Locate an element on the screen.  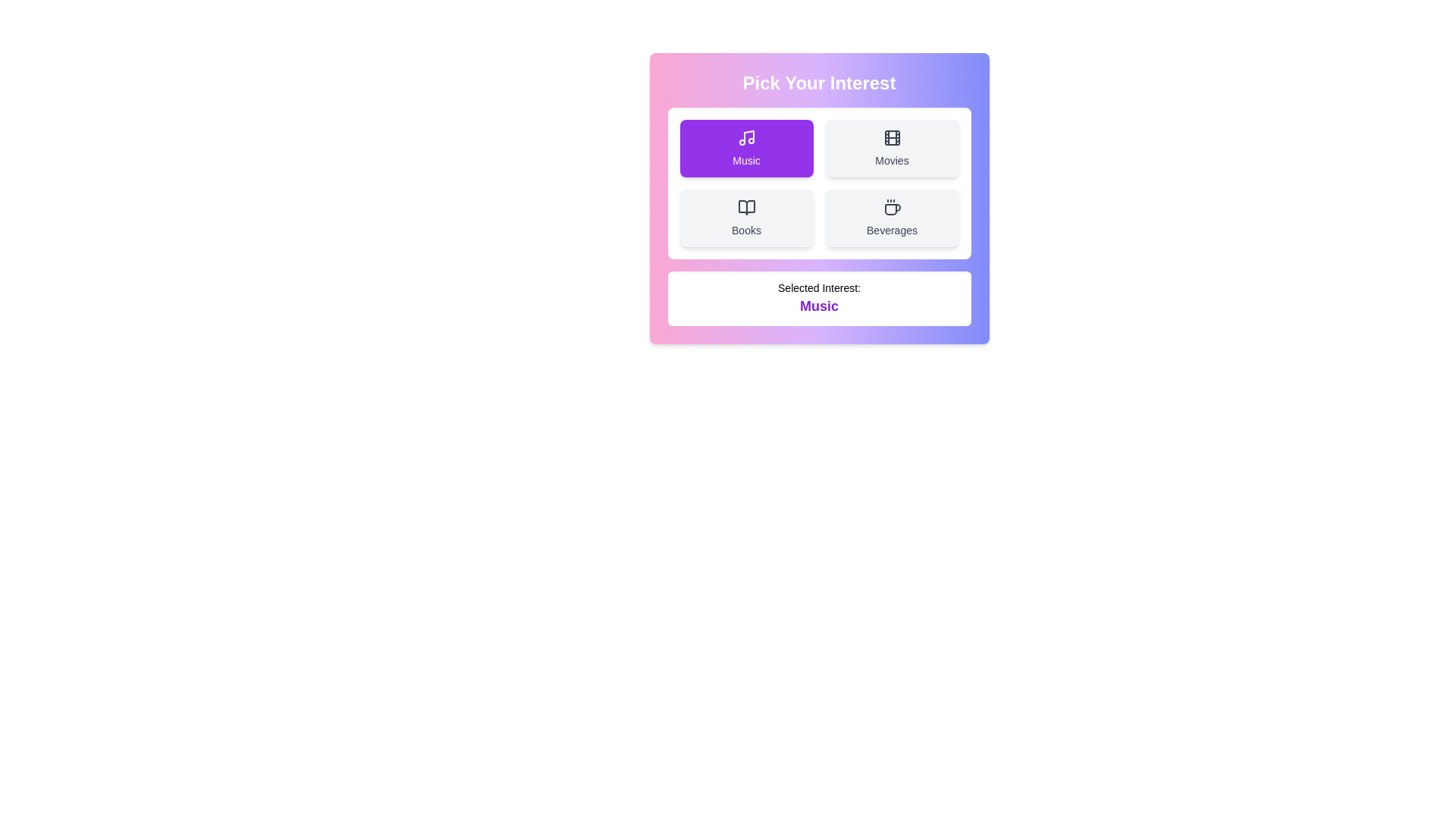
the button corresponding to the interest Movies is located at coordinates (892, 149).